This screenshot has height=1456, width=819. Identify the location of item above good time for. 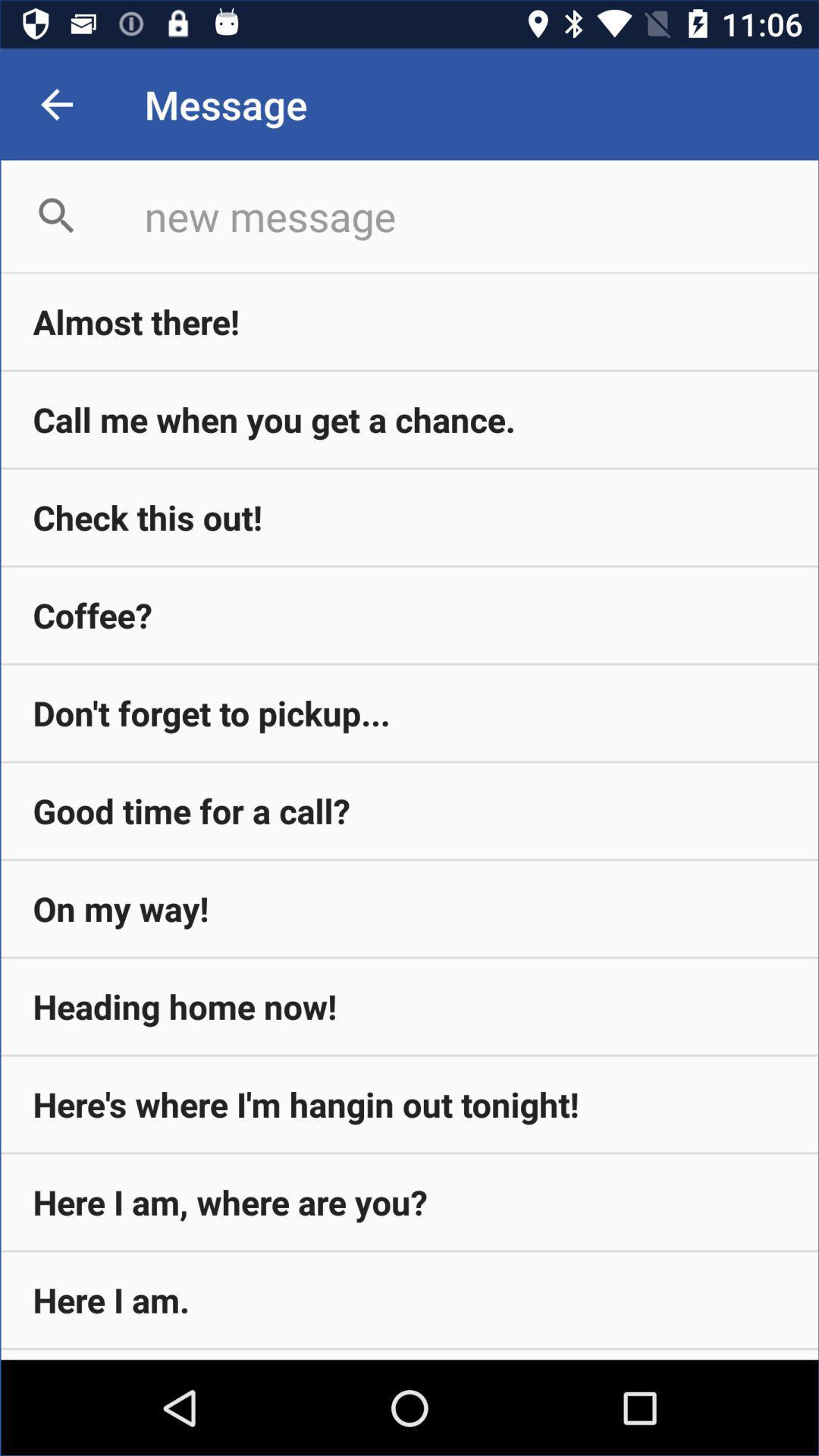
(409, 712).